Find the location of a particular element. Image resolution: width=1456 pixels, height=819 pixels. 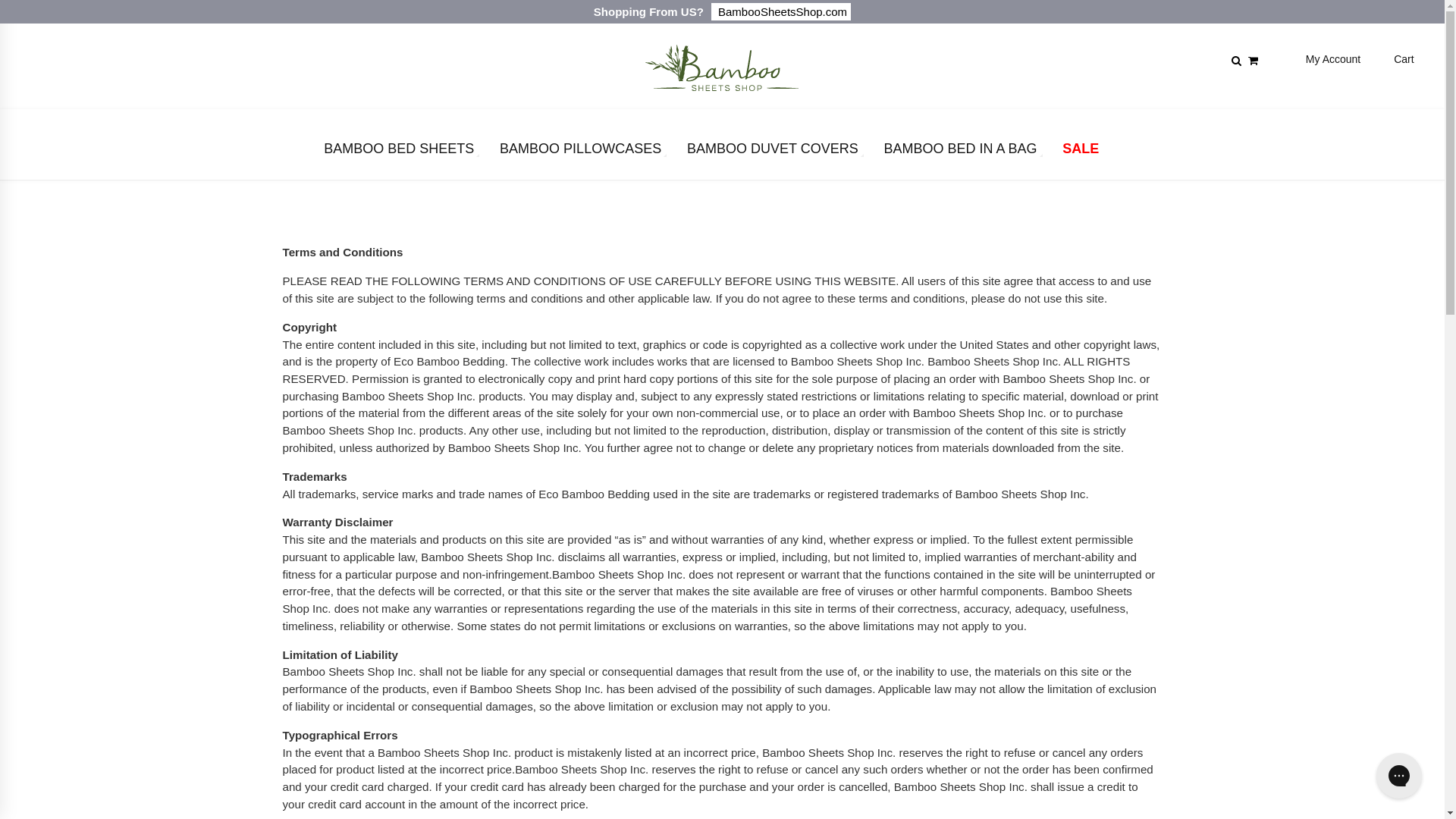

'BambooSheetsShop.com' is located at coordinates (710, 11).